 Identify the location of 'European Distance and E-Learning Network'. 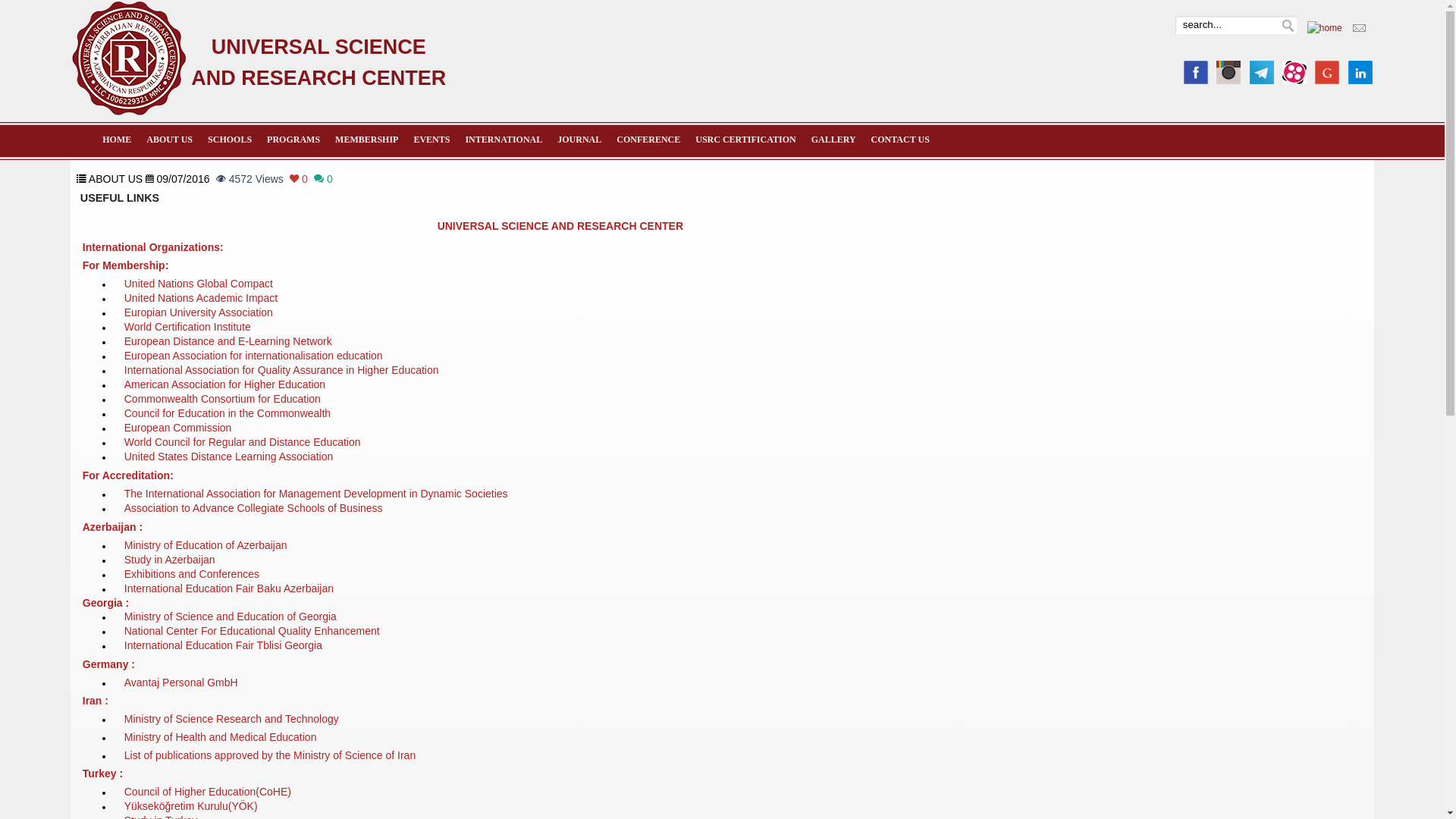
(227, 342).